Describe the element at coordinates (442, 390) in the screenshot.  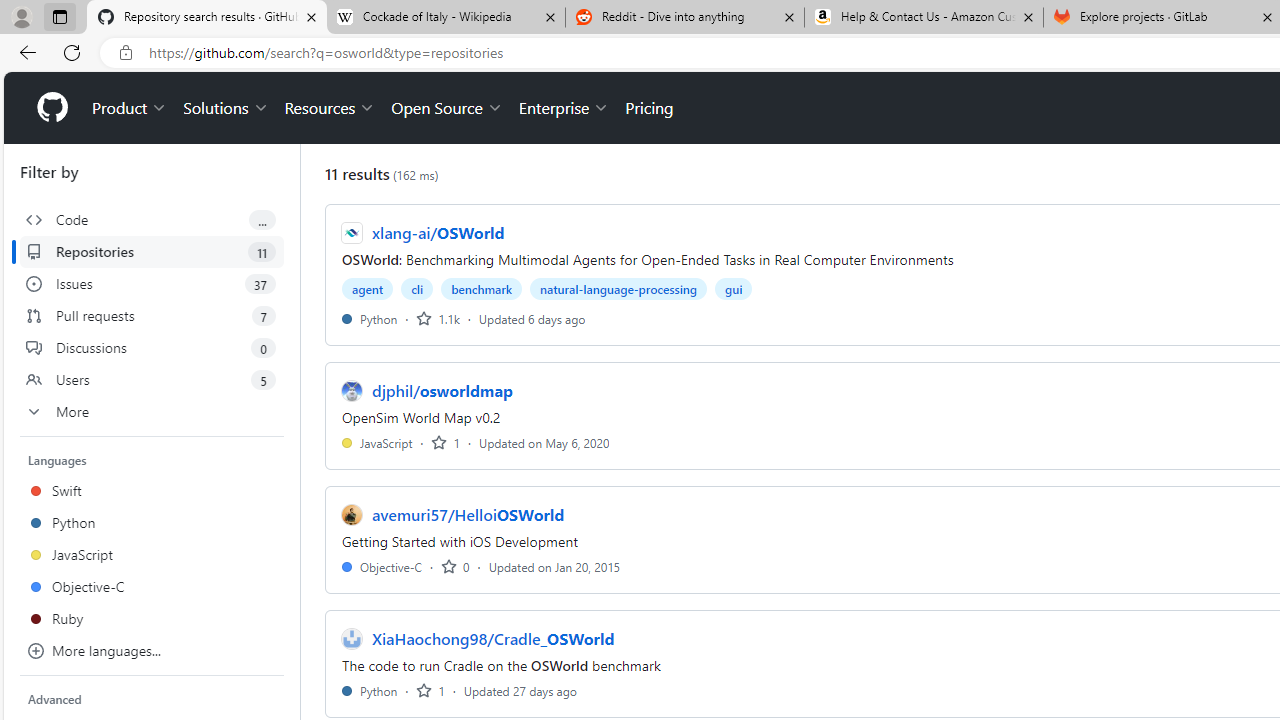
I see `'djphil/osworldmap'` at that location.